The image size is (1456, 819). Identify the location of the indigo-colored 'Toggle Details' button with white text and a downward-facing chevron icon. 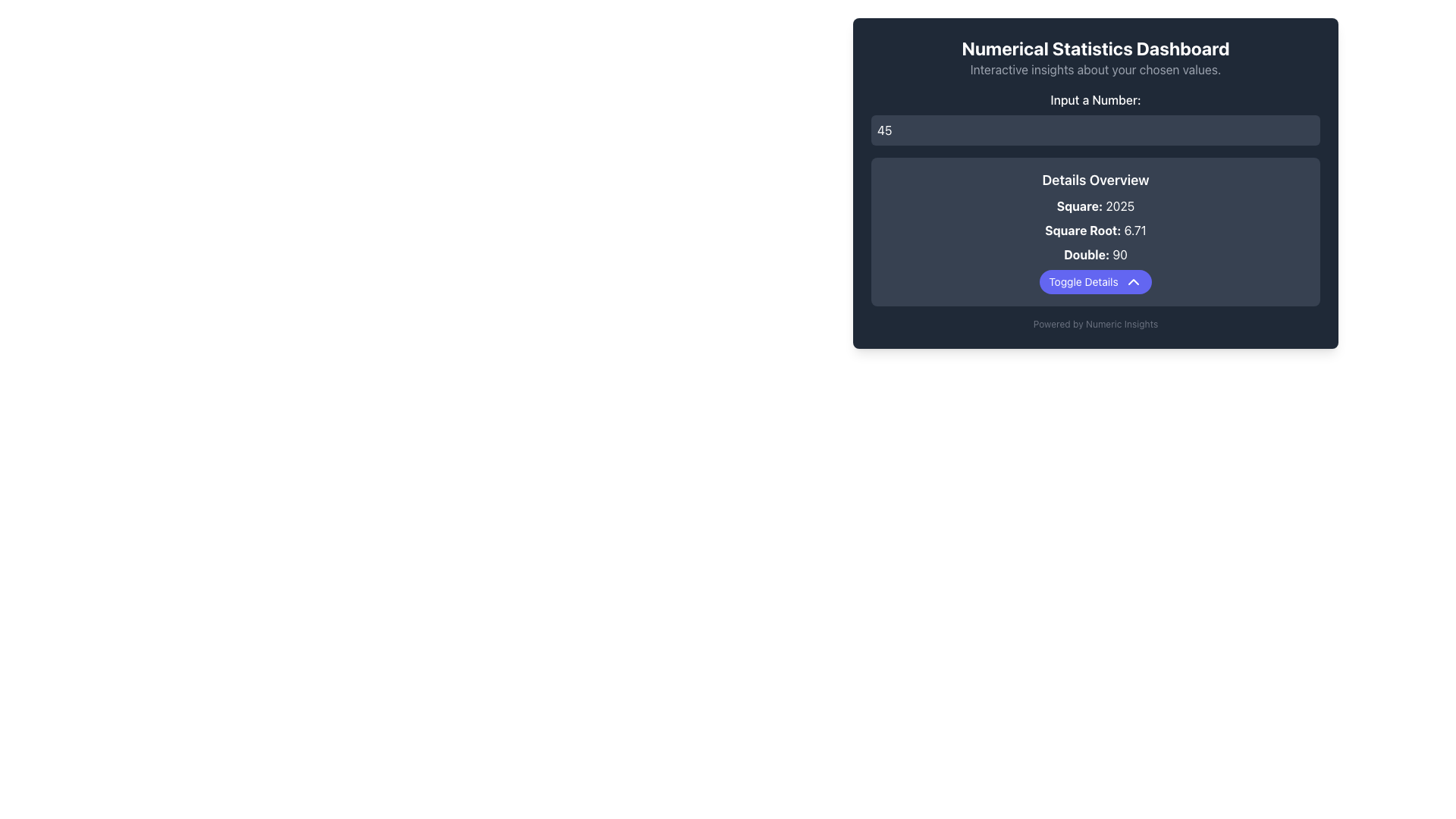
(1095, 281).